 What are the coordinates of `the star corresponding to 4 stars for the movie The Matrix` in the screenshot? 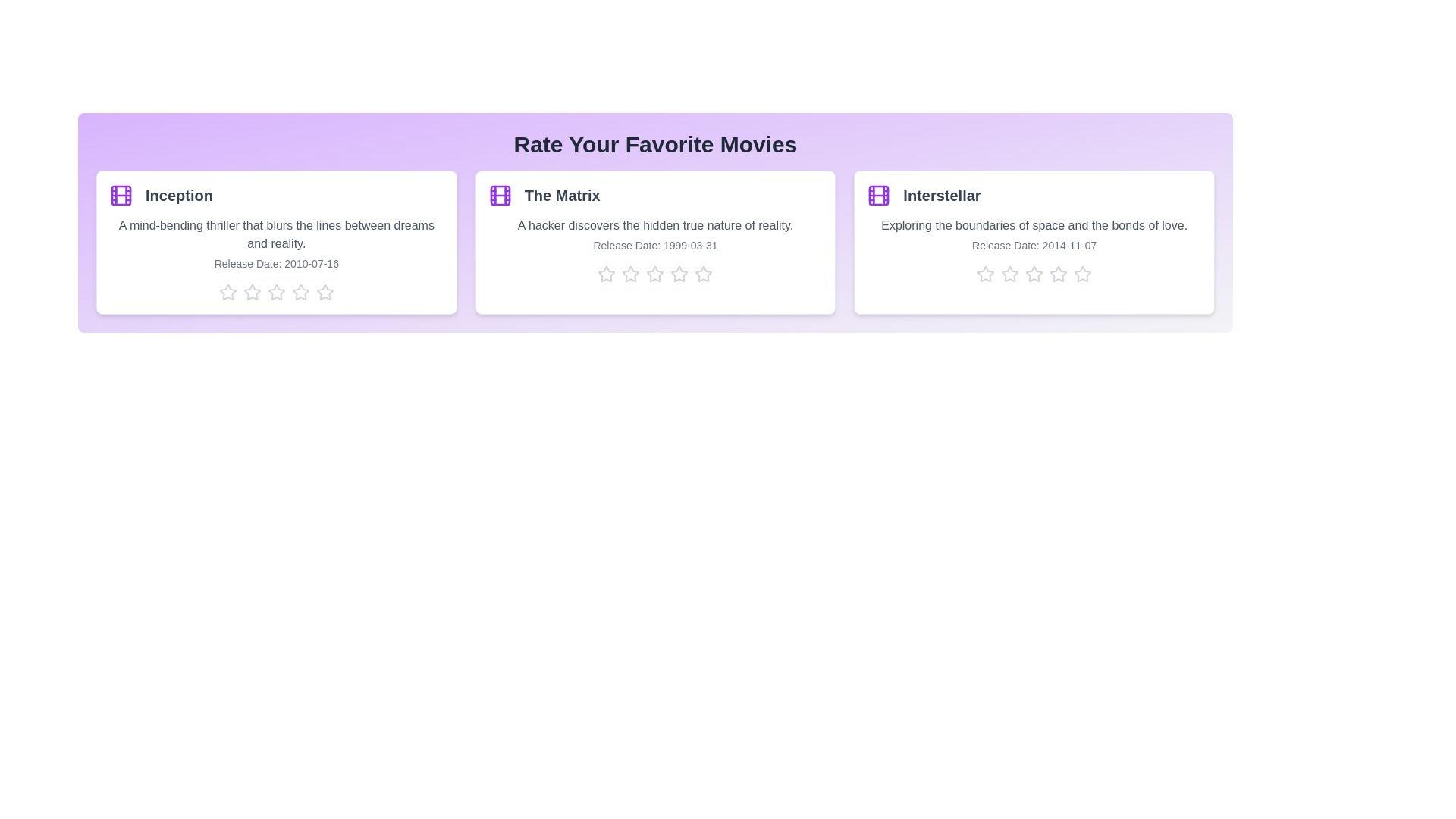 It's located at (679, 275).